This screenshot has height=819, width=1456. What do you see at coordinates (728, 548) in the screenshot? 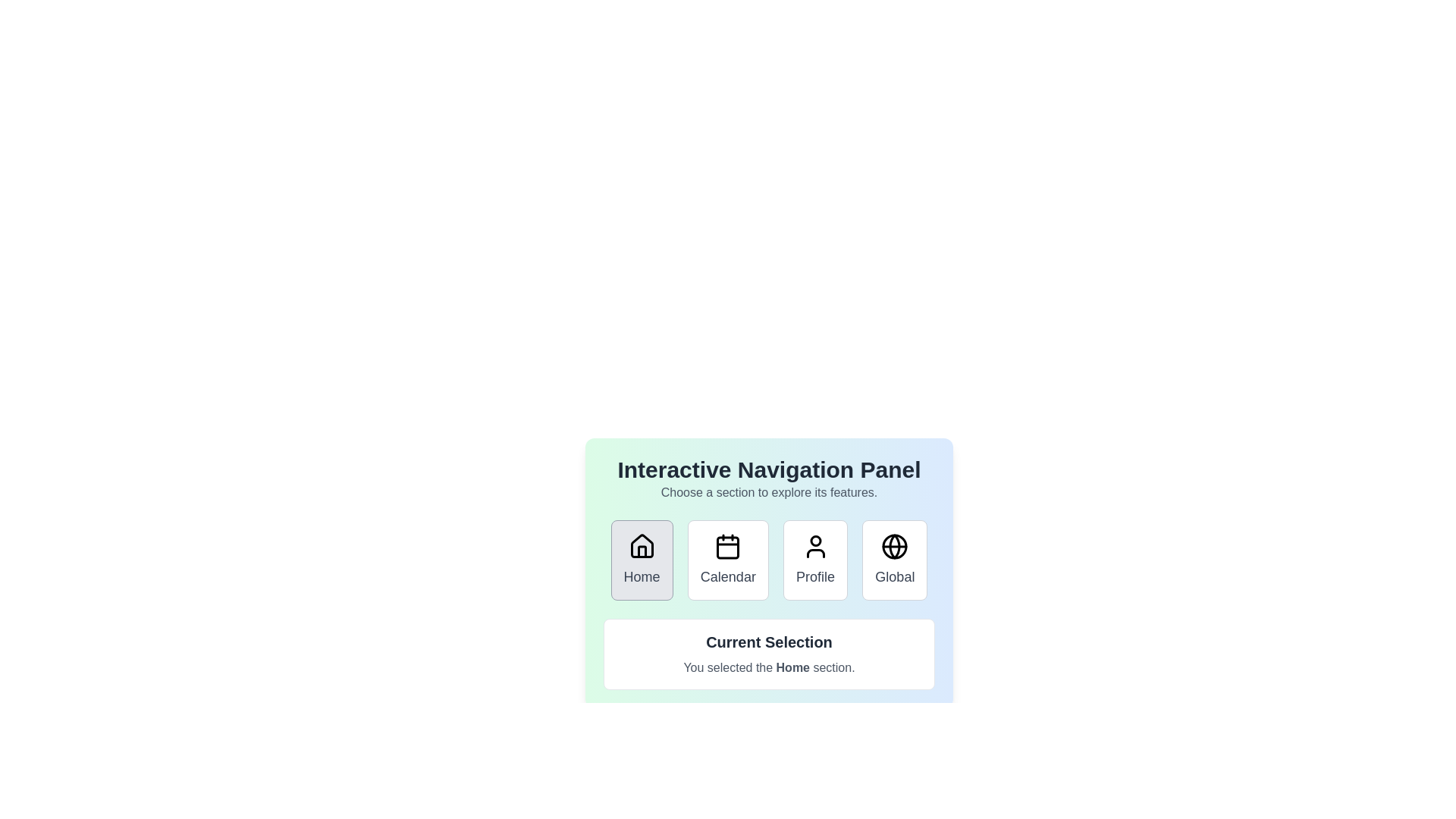
I see `the calendar icon component, which is the second icon from the left in the middle row, positioned between the home icon and profile icon` at bounding box center [728, 548].